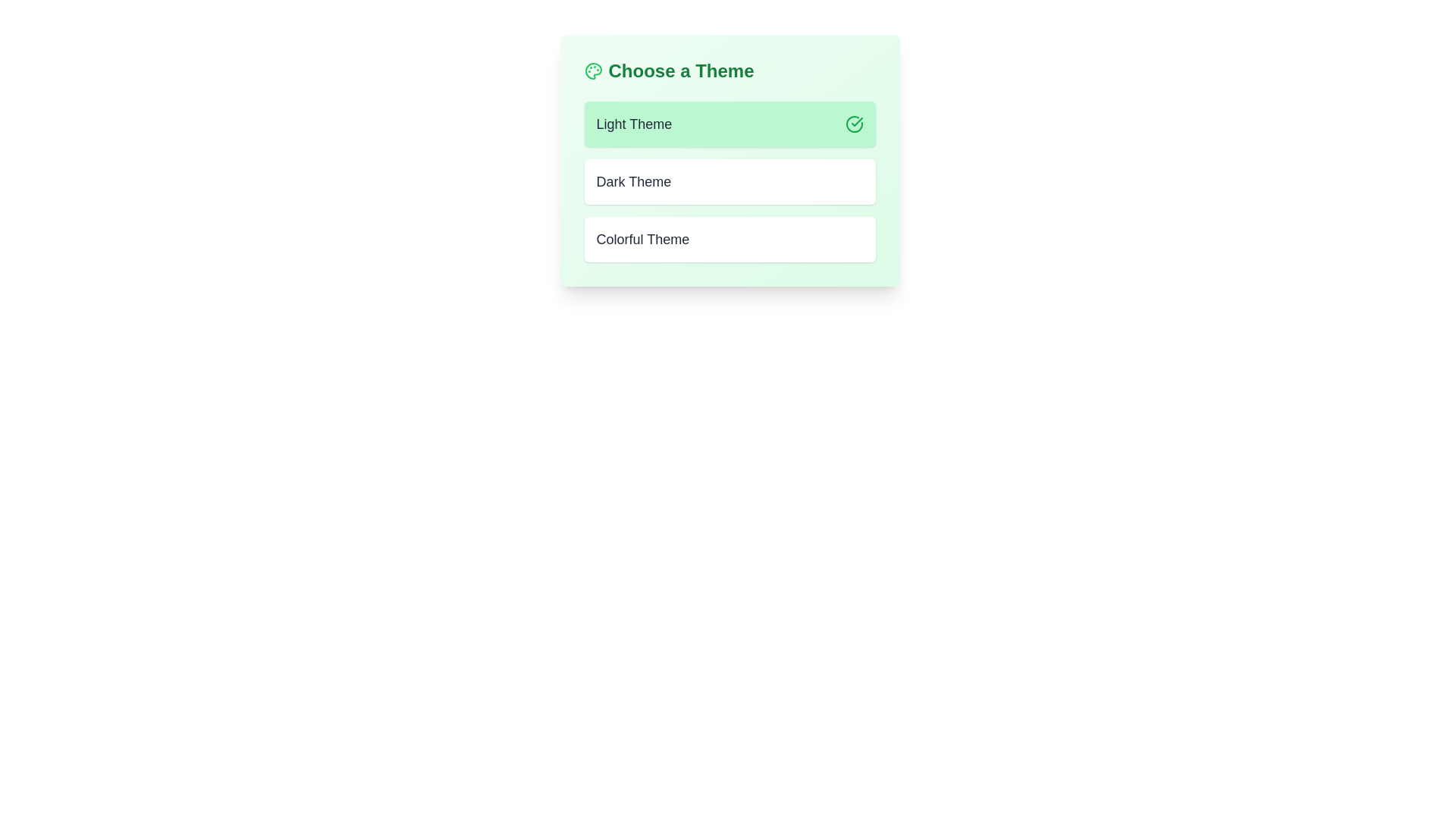 Image resolution: width=1456 pixels, height=819 pixels. I want to click on the List Item Button labeled 'Dark Theme' in the 'Choose a Theme' section, so click(730, 180).